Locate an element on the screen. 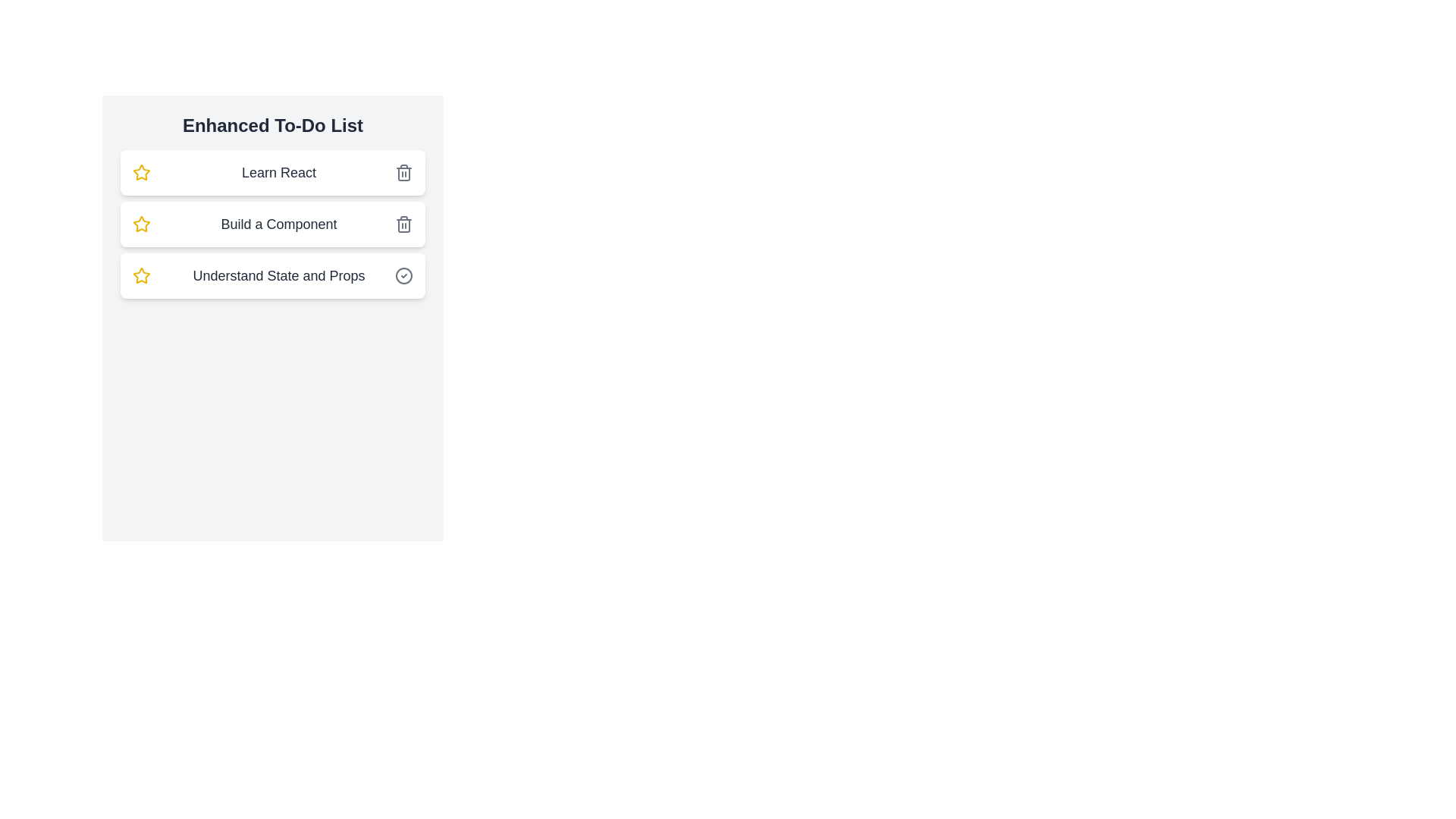 This screenshot has height=819, width=1456. the 'Learn React' text label, which is bold and dark-colored, located in the first item of a vertical list of three similar items is located at coordinates (279, 171).